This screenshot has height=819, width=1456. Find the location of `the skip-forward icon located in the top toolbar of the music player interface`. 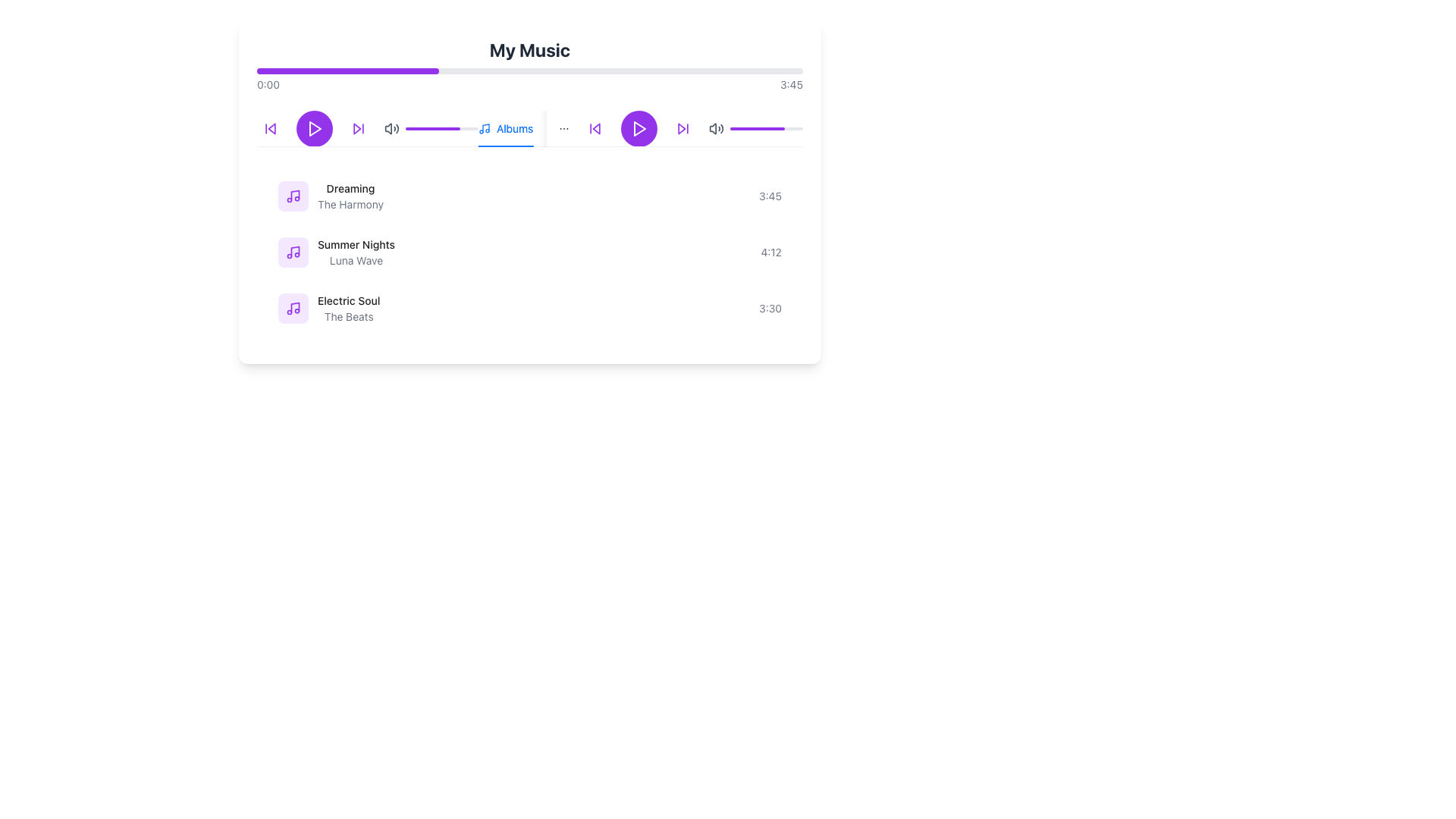

the skip-forward icon located in the top toolbar of the music player interface is located at coordinates (681, 127).